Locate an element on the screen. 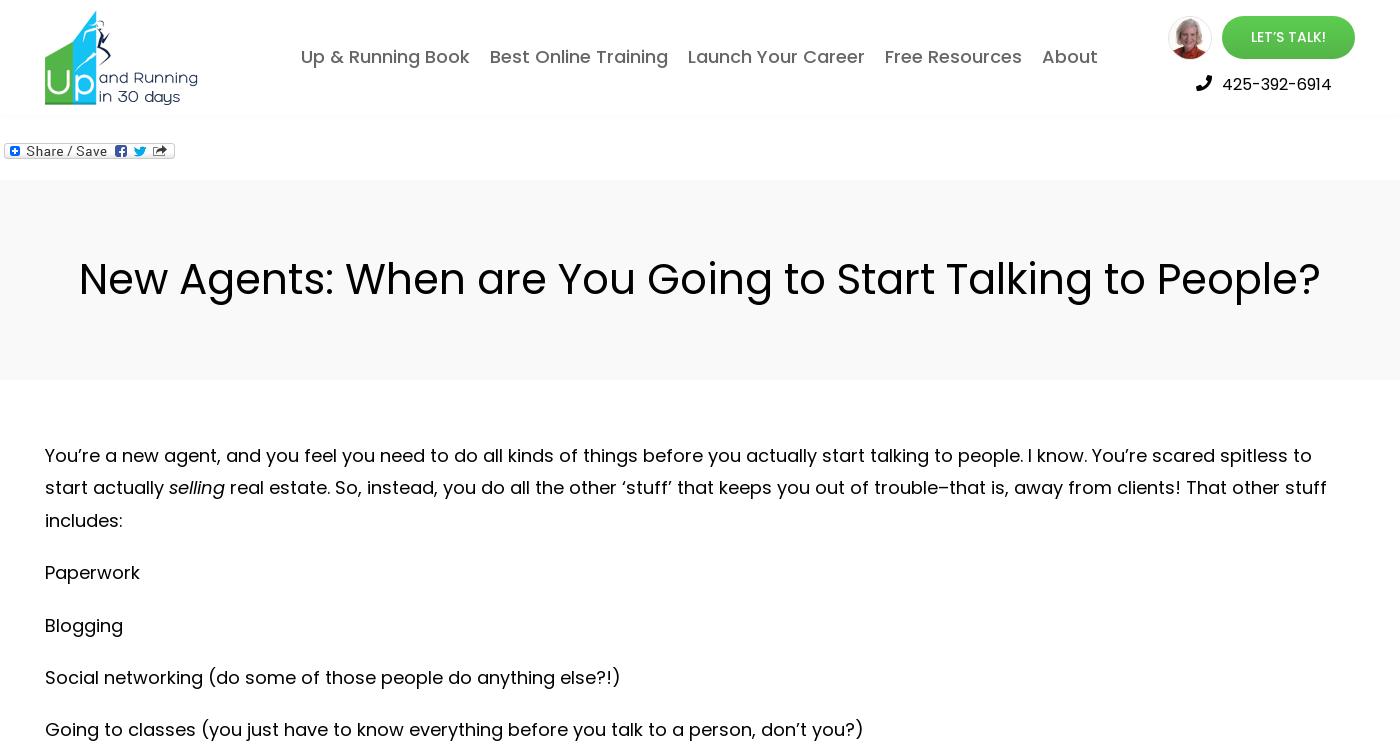 This screenshot has width=1400, height=746. 'Paperwork' is located at coordinates (43, 571).